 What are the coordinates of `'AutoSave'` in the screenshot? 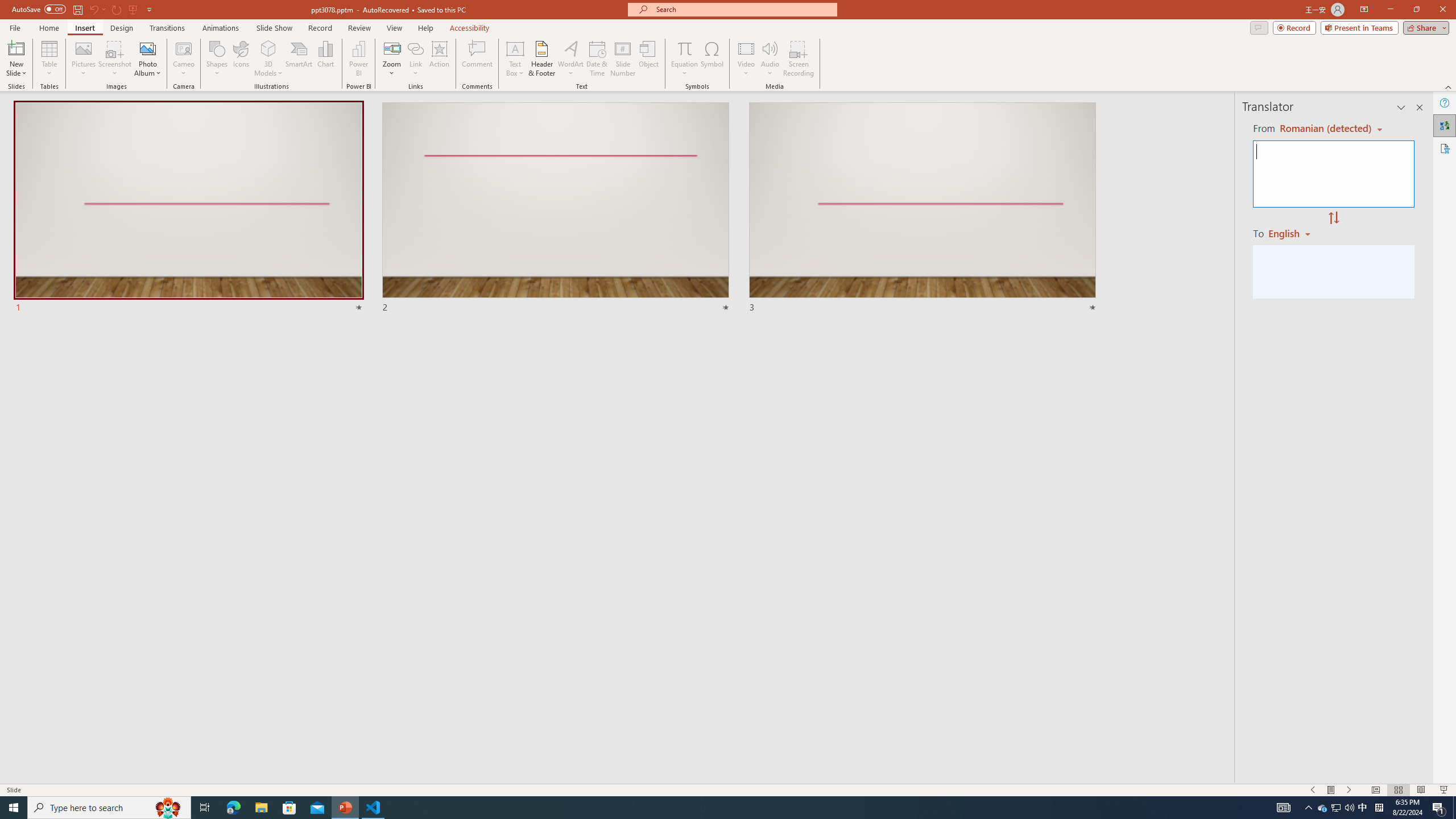 It's located at (39, 9).